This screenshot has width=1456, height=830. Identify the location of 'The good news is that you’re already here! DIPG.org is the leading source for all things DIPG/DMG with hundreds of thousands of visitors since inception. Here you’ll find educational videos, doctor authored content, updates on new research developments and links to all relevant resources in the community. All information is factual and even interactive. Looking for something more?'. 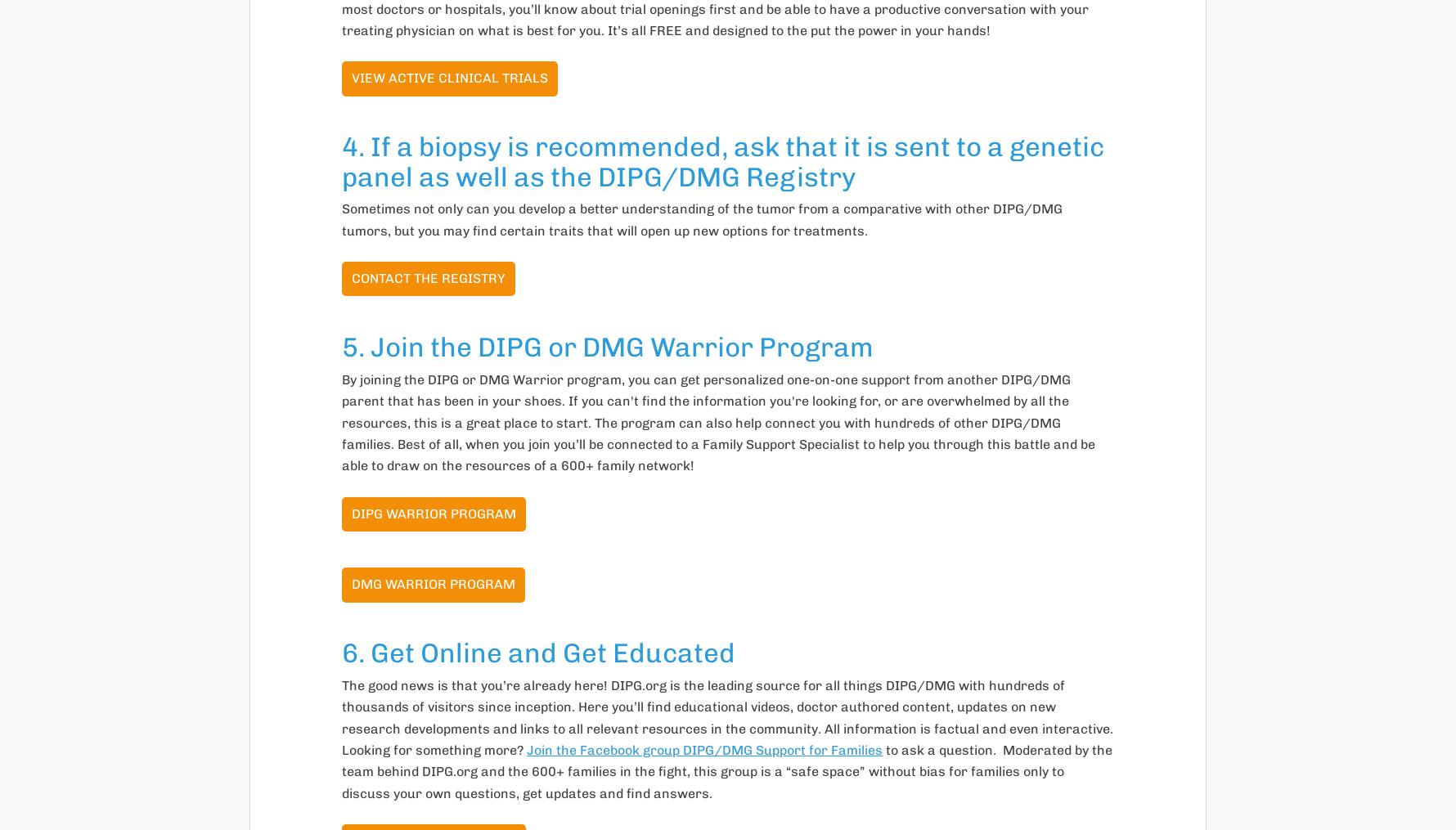
(726, 716).